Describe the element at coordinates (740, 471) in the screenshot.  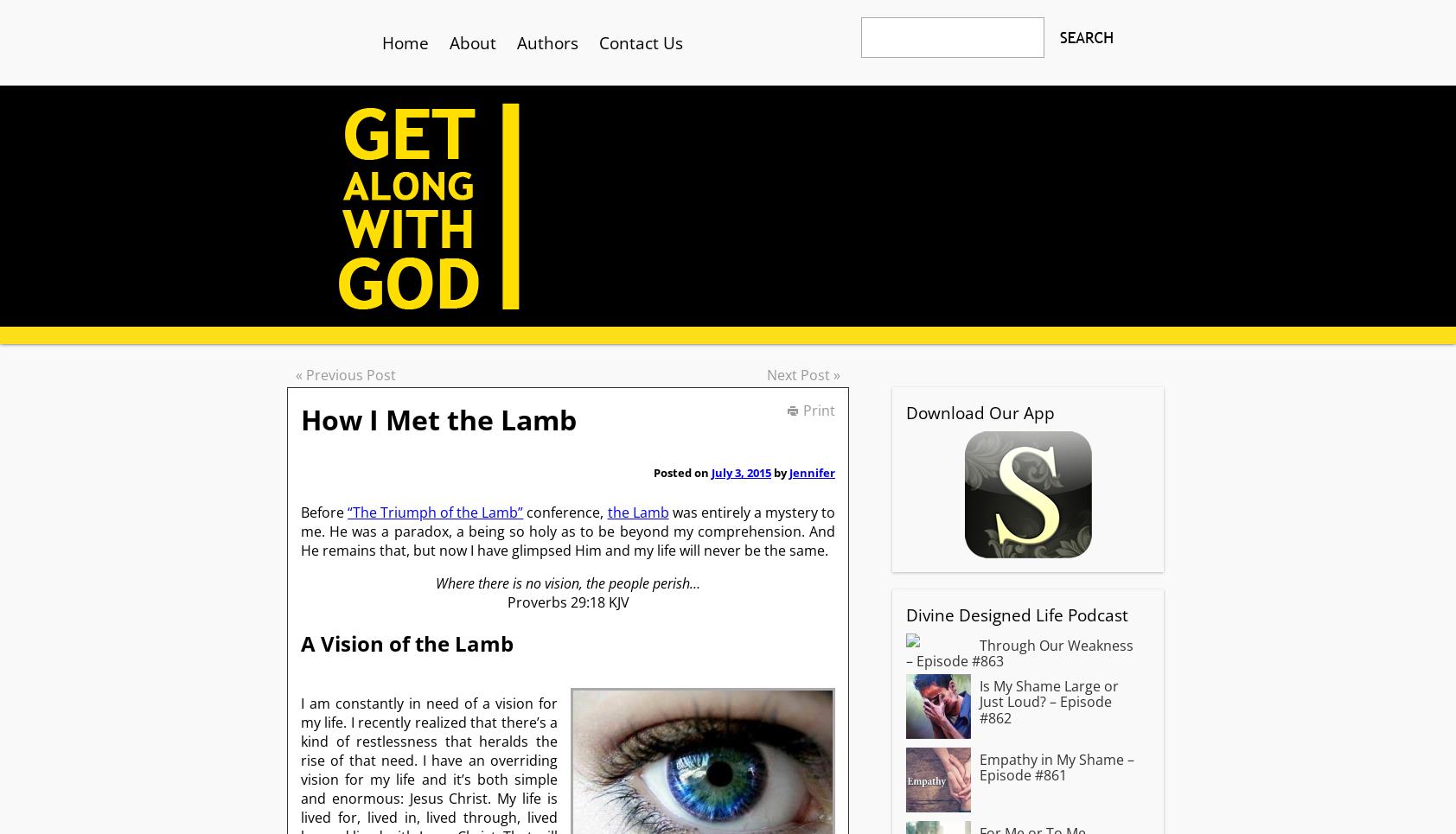
I see `'July 3, 2015'` at that location.